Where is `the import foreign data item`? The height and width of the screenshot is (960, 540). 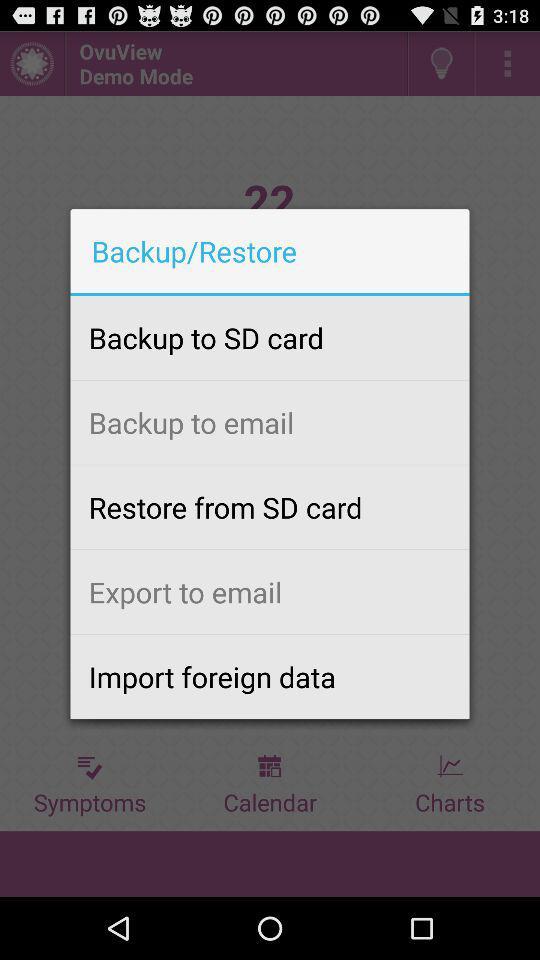 the import foreign data item is located at coordinates (270, 676).